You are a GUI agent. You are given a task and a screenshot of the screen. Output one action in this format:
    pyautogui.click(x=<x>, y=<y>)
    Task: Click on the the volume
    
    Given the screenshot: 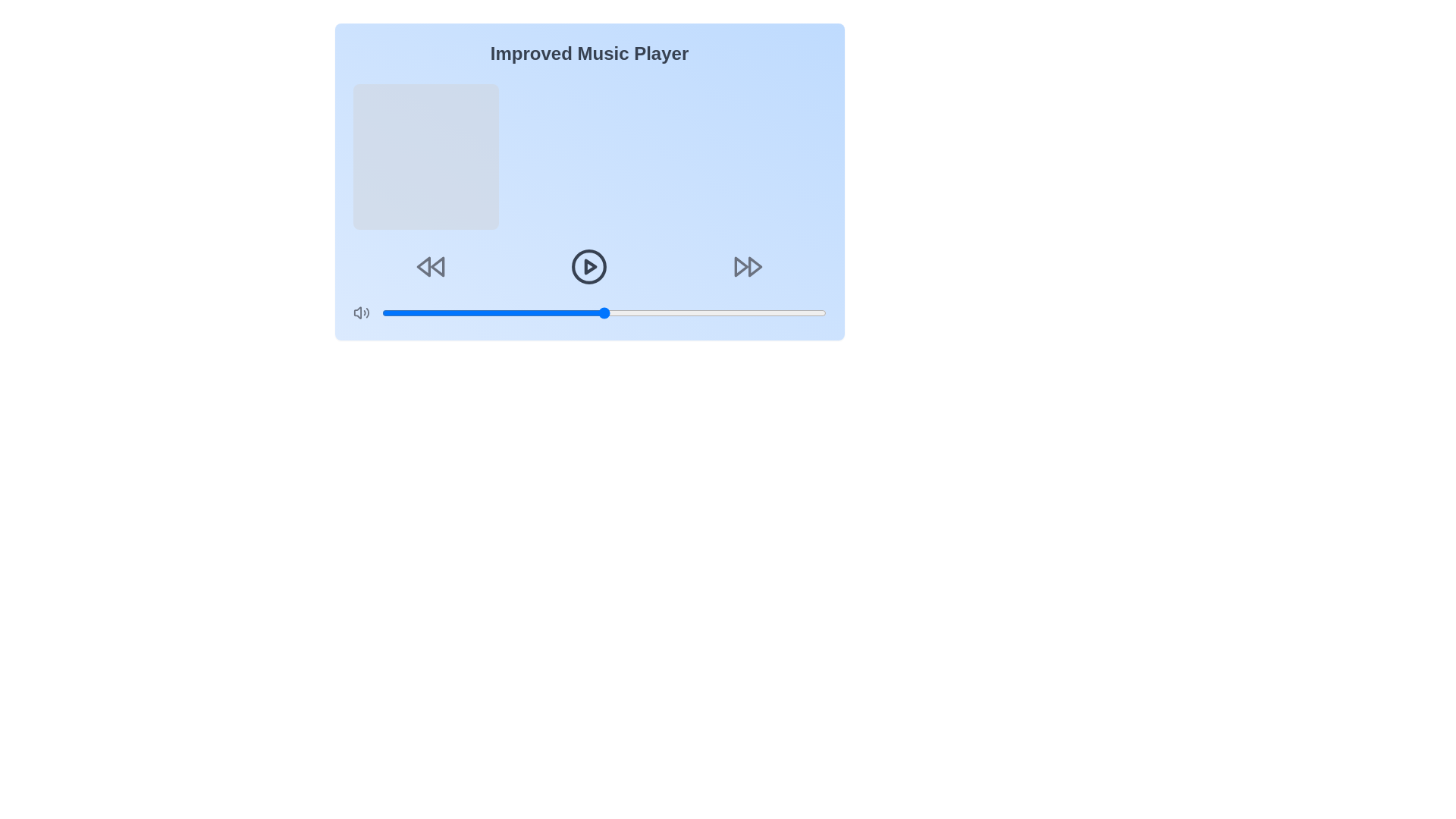 What is the action you would take?
    pyautogui.click(x=576, y=312)
    